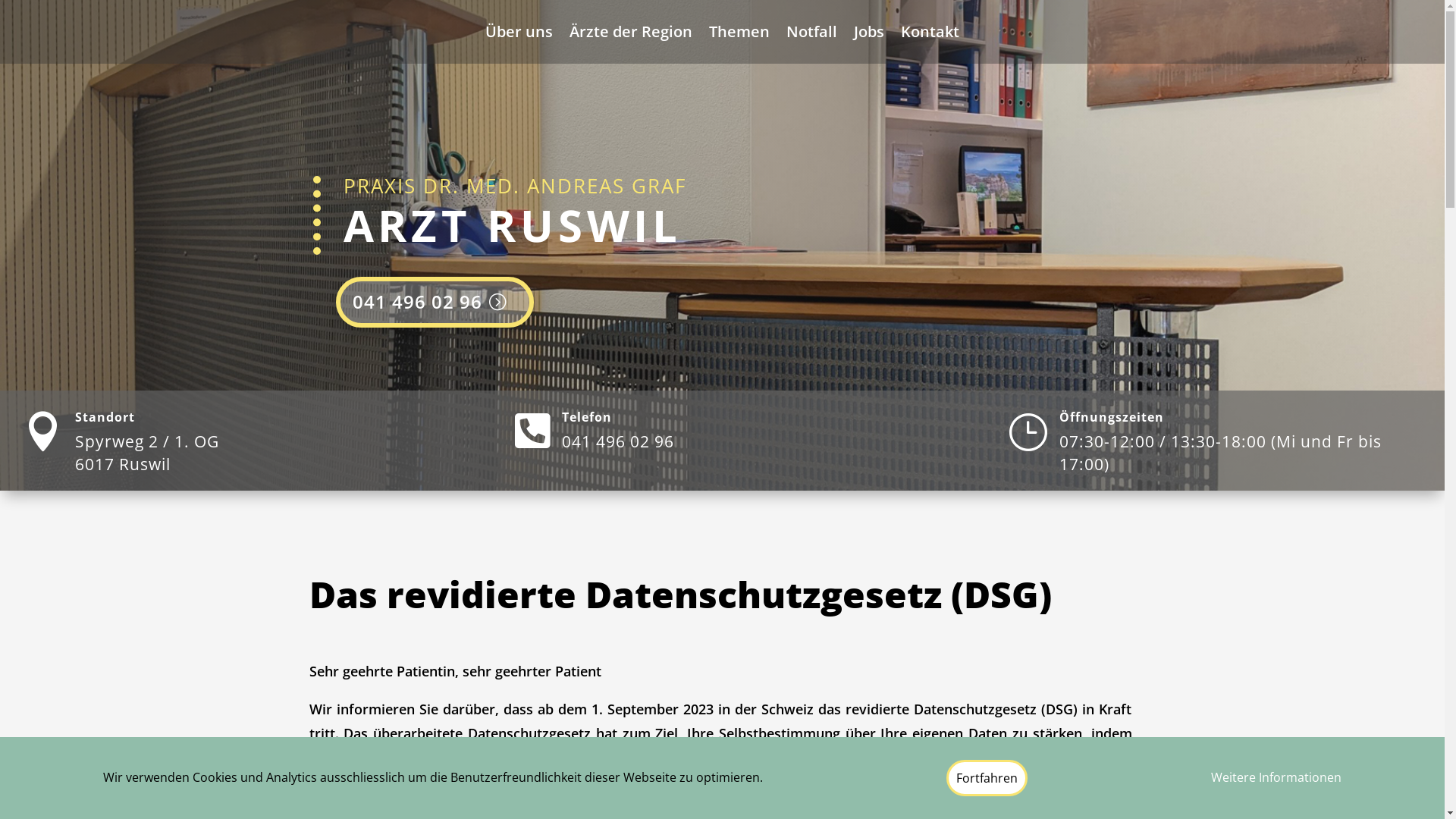  What do you see at coordinates (929, 34) in the screenshot?
I see `'Kontakt'` at bounding box center [929, 34].